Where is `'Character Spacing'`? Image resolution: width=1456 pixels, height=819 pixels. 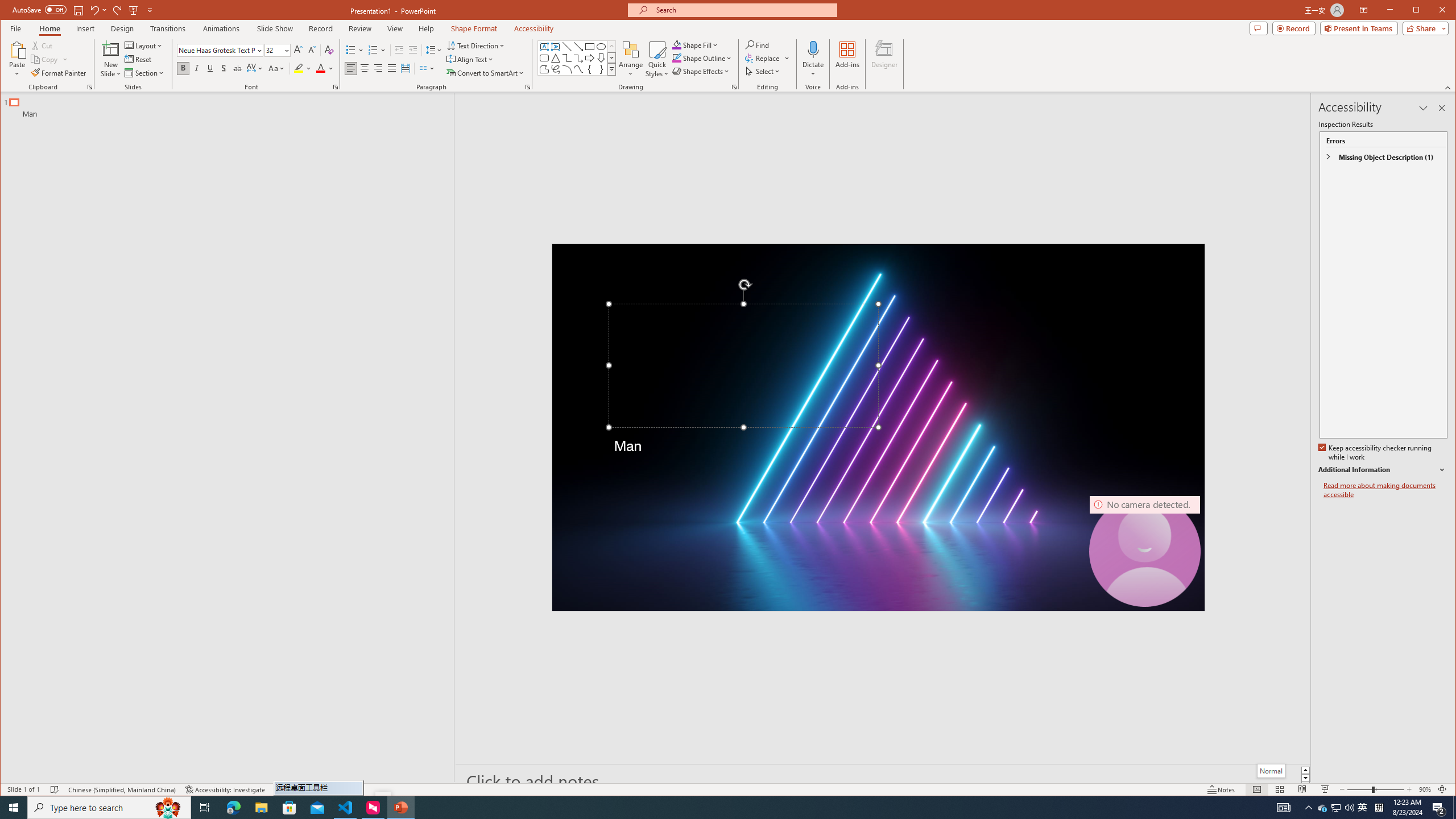
'Character Spacing' is located at coordinates (255, 68).